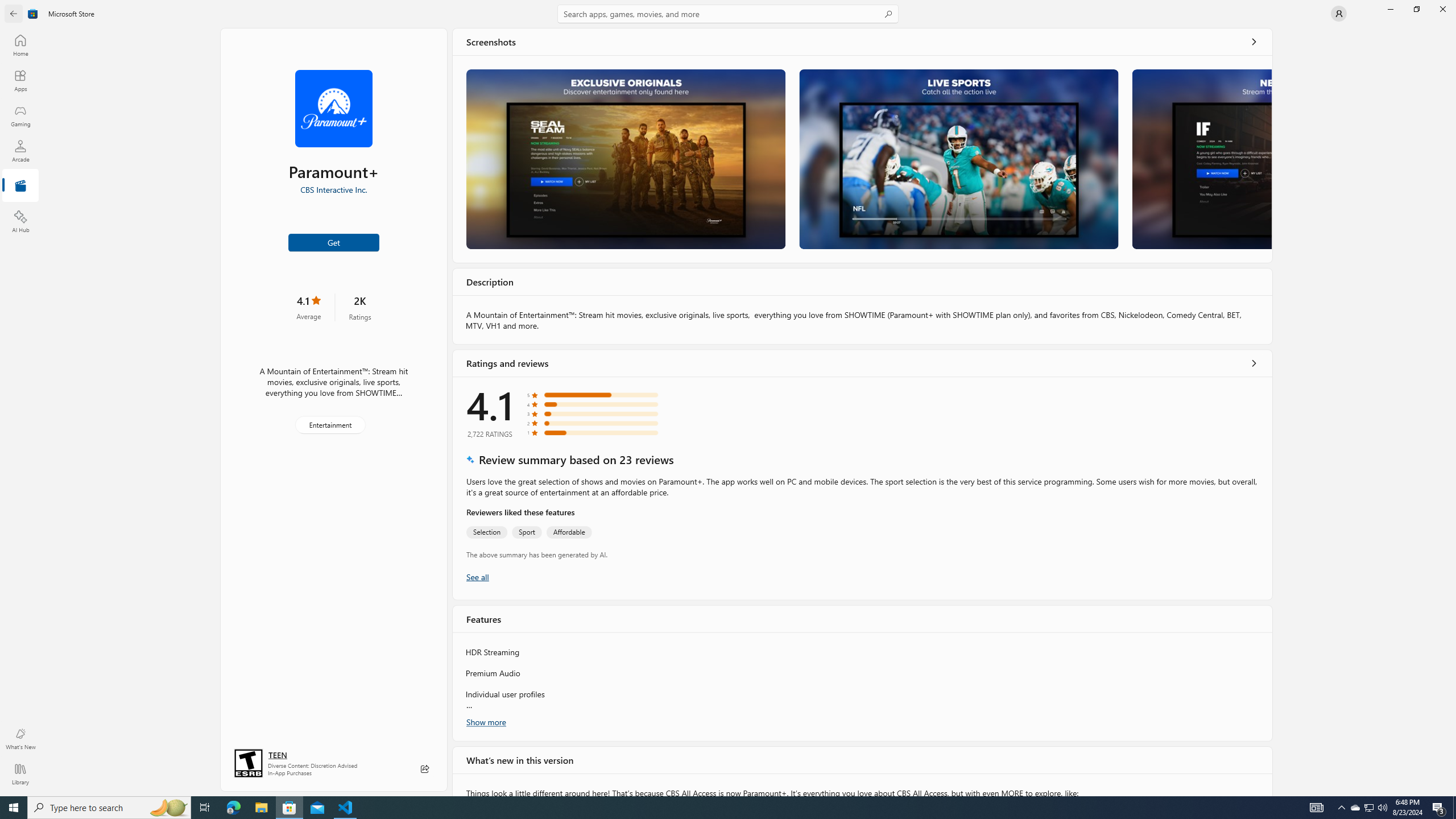 This screenshot has height=819, width=1456. I want to click on 'AI Hub', so click(19, 221).